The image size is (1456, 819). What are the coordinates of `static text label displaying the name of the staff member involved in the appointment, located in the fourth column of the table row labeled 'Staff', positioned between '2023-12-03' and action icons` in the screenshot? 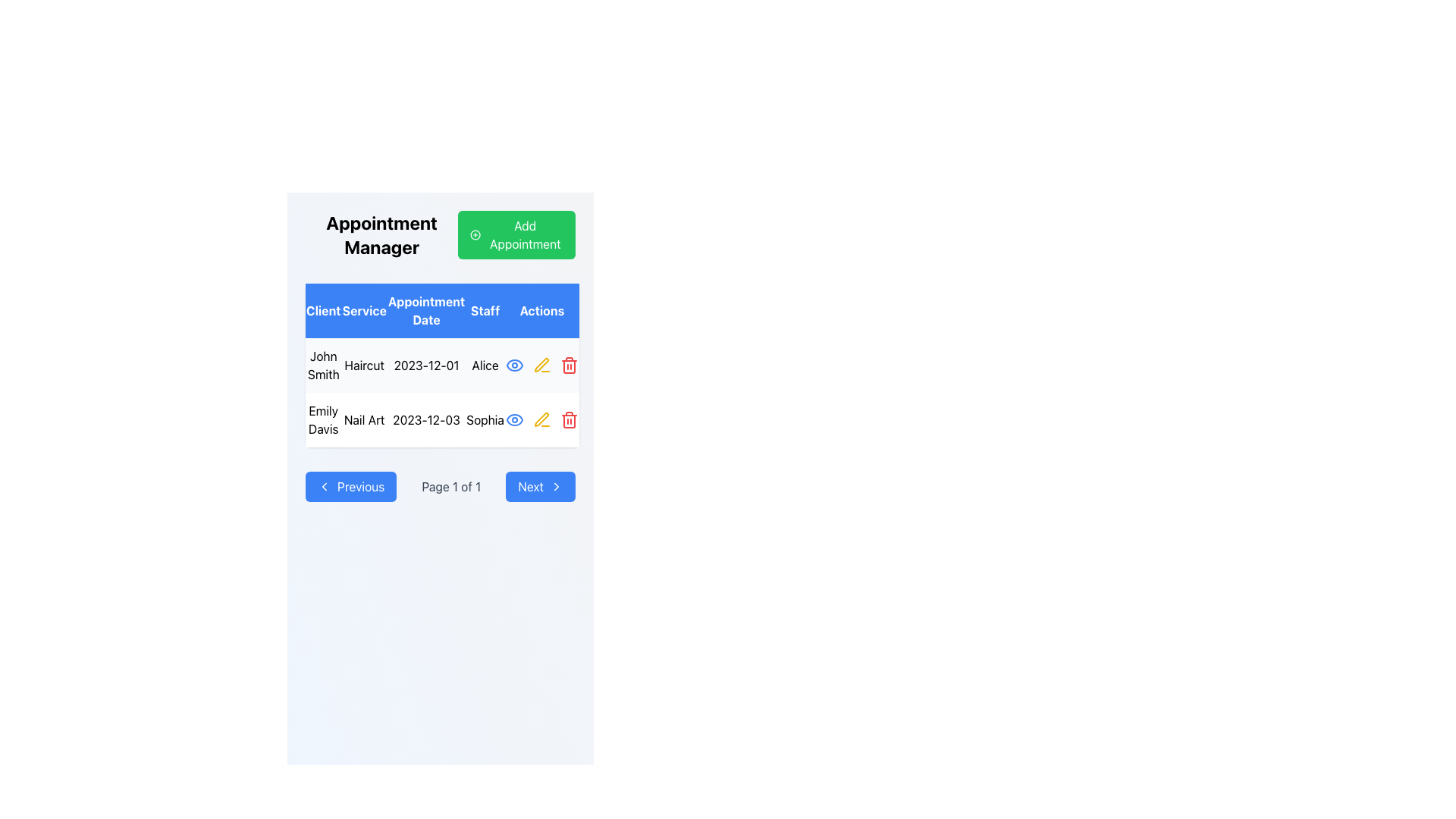 It's located at (485, 420).